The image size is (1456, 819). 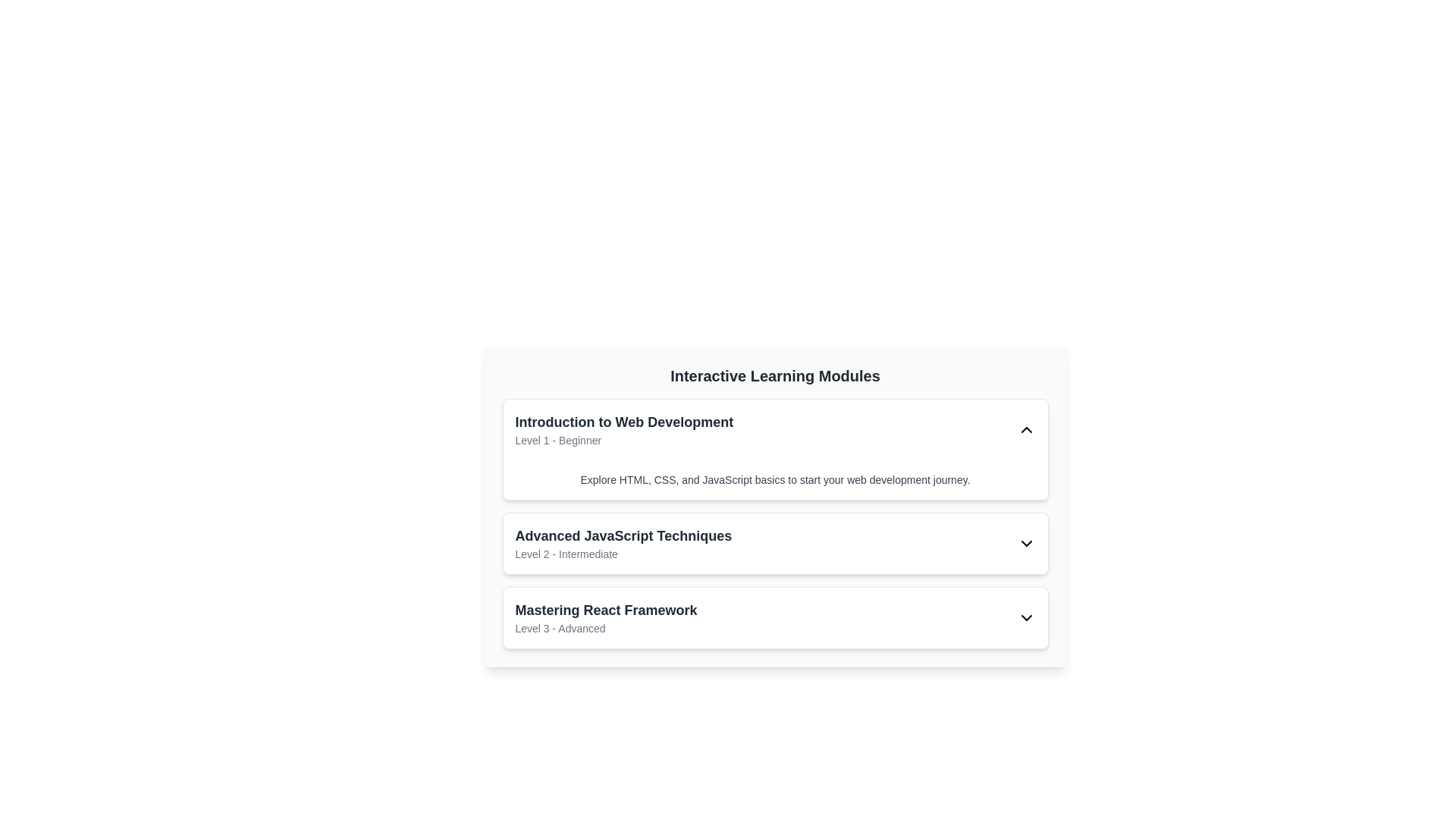 What do you see at coordinates (775, 479) in the screenshot?
I see `descriptive text located below the title 'Introduction to Web Development,' which provides contextual information about the module` at bounding box center [775, 479].